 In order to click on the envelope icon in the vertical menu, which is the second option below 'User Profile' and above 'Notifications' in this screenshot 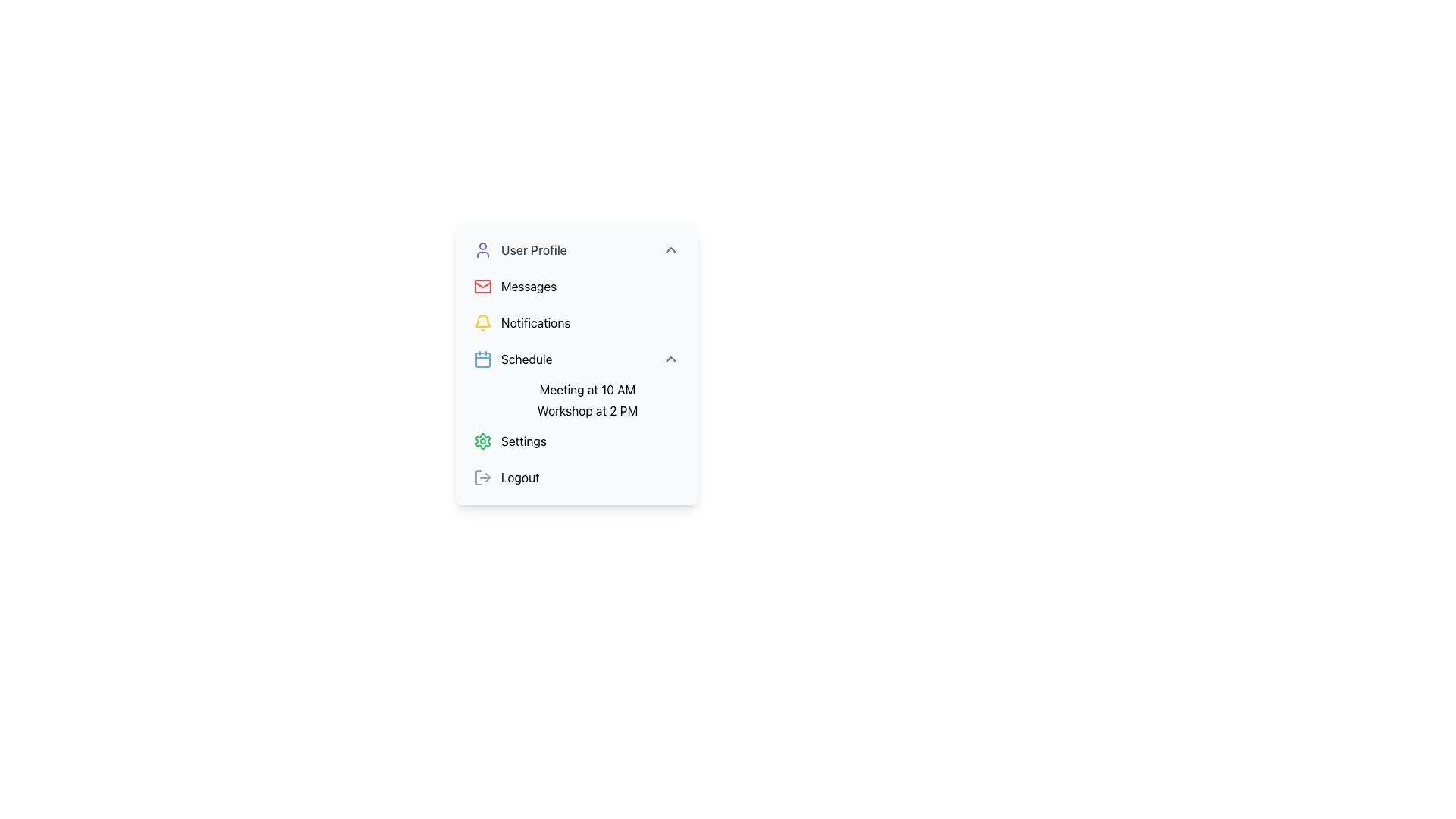, I will do `click(482, 284)`.